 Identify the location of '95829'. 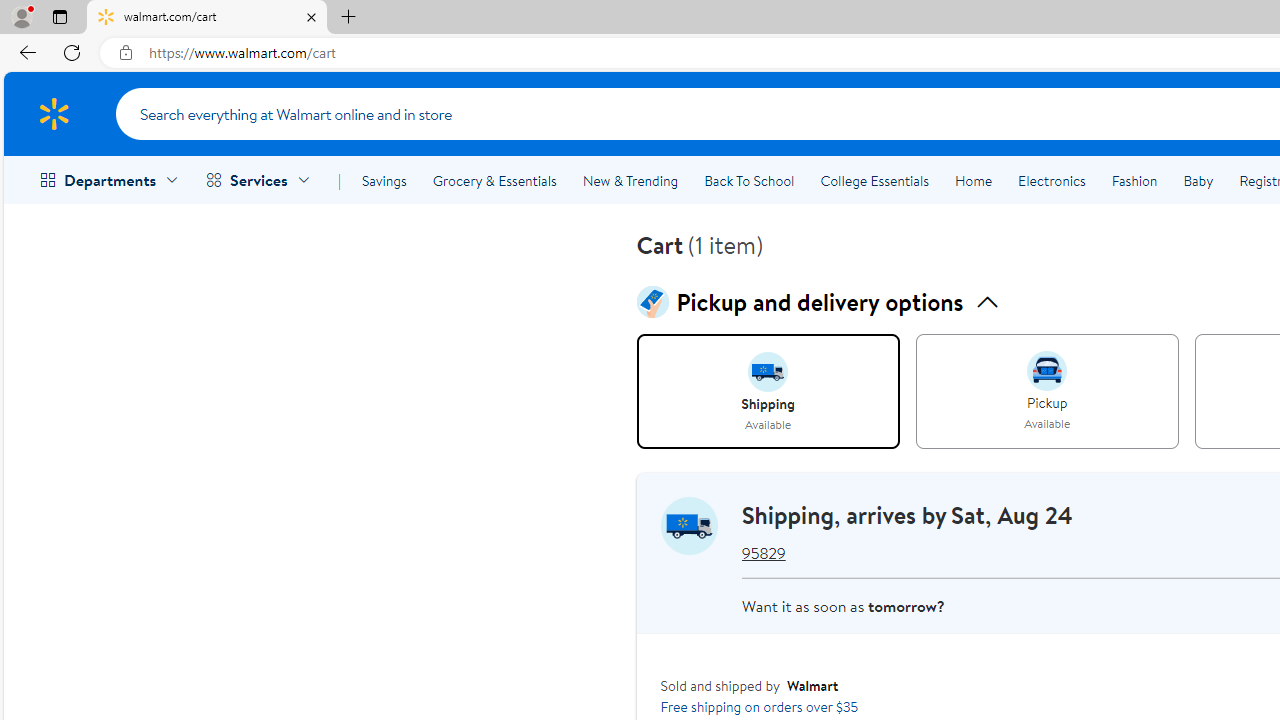
(762, 553).